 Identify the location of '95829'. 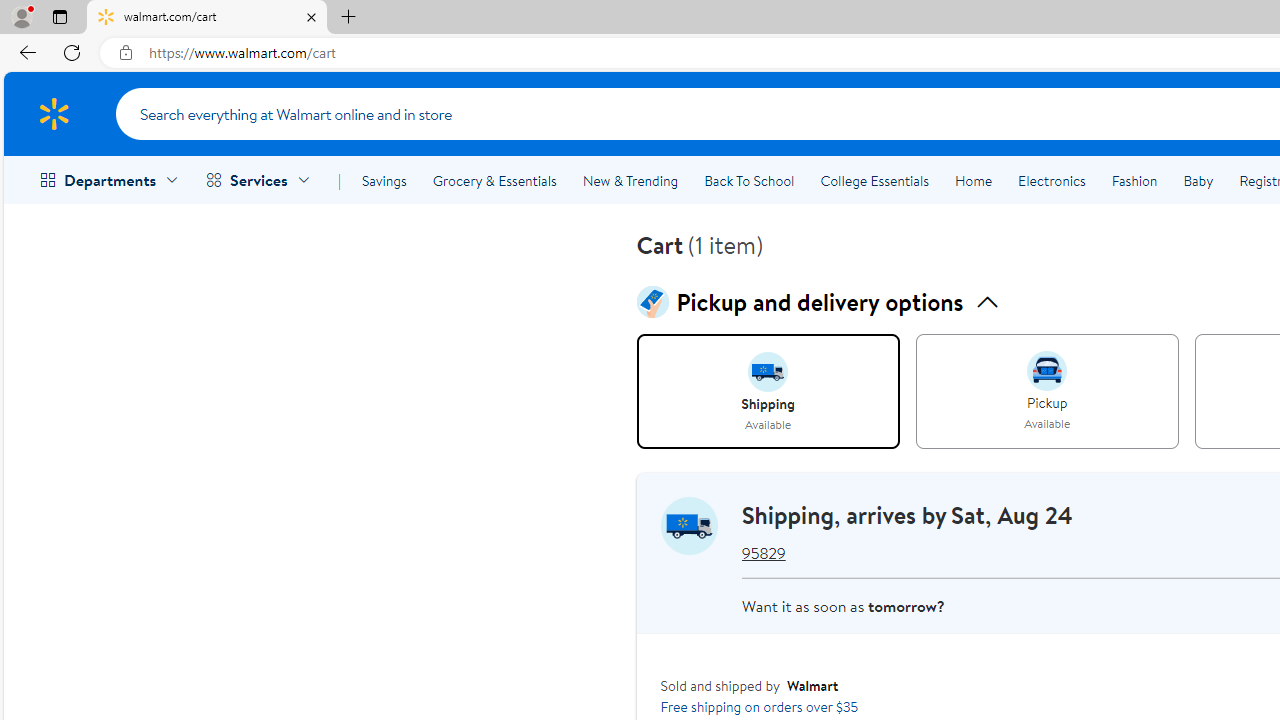
(762, 553).